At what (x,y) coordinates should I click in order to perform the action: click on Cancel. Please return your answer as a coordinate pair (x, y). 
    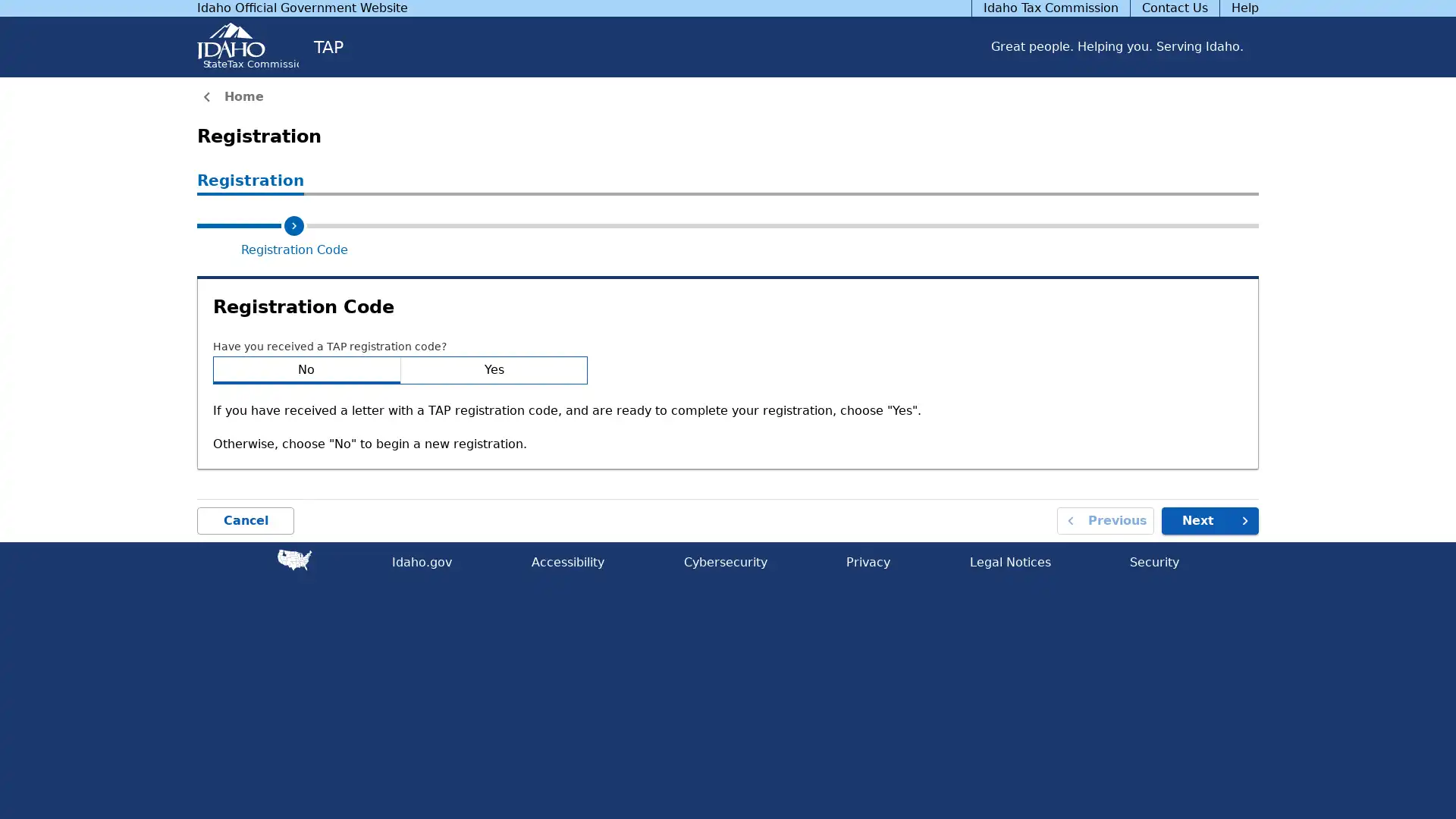
    Looking at the image, I should click on (246, 519).